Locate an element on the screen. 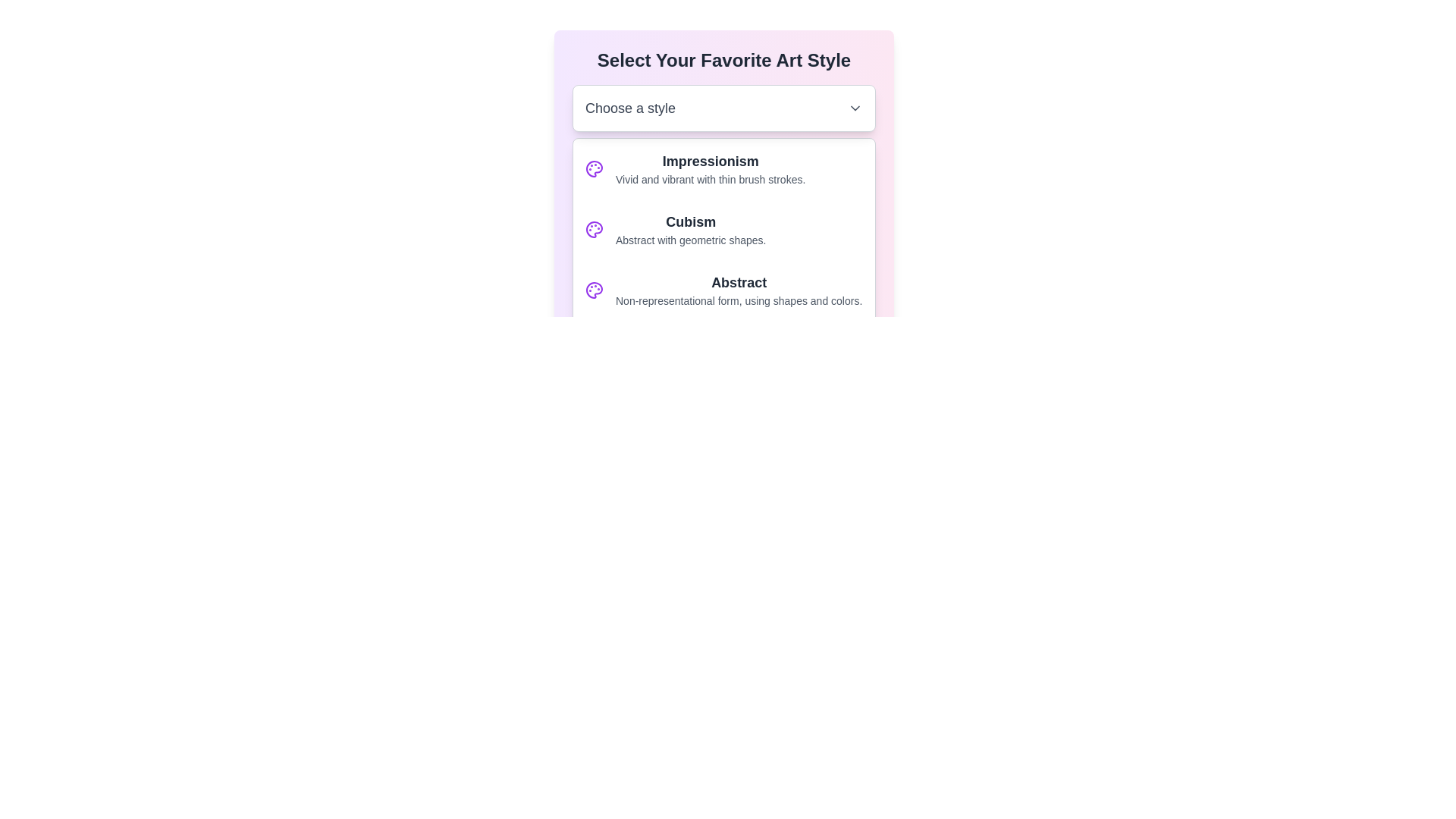 The height and width of the screenshot is (819, 1456). the first item in the vertical list labeled 'Impressionism' is located at coordinates (709, 169).